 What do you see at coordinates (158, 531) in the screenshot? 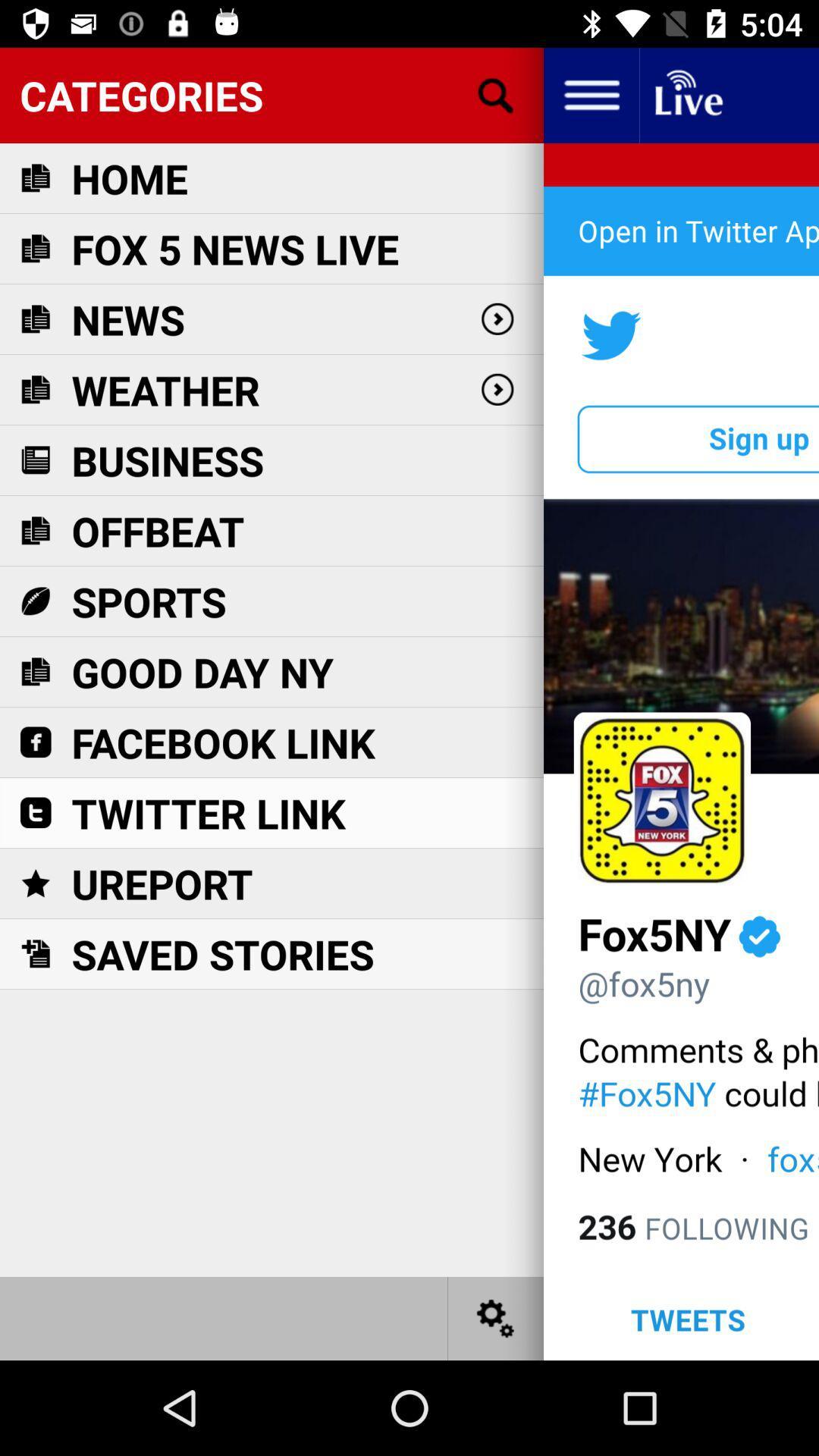
I see `the item above the sports` at bounding box center [158, 531].